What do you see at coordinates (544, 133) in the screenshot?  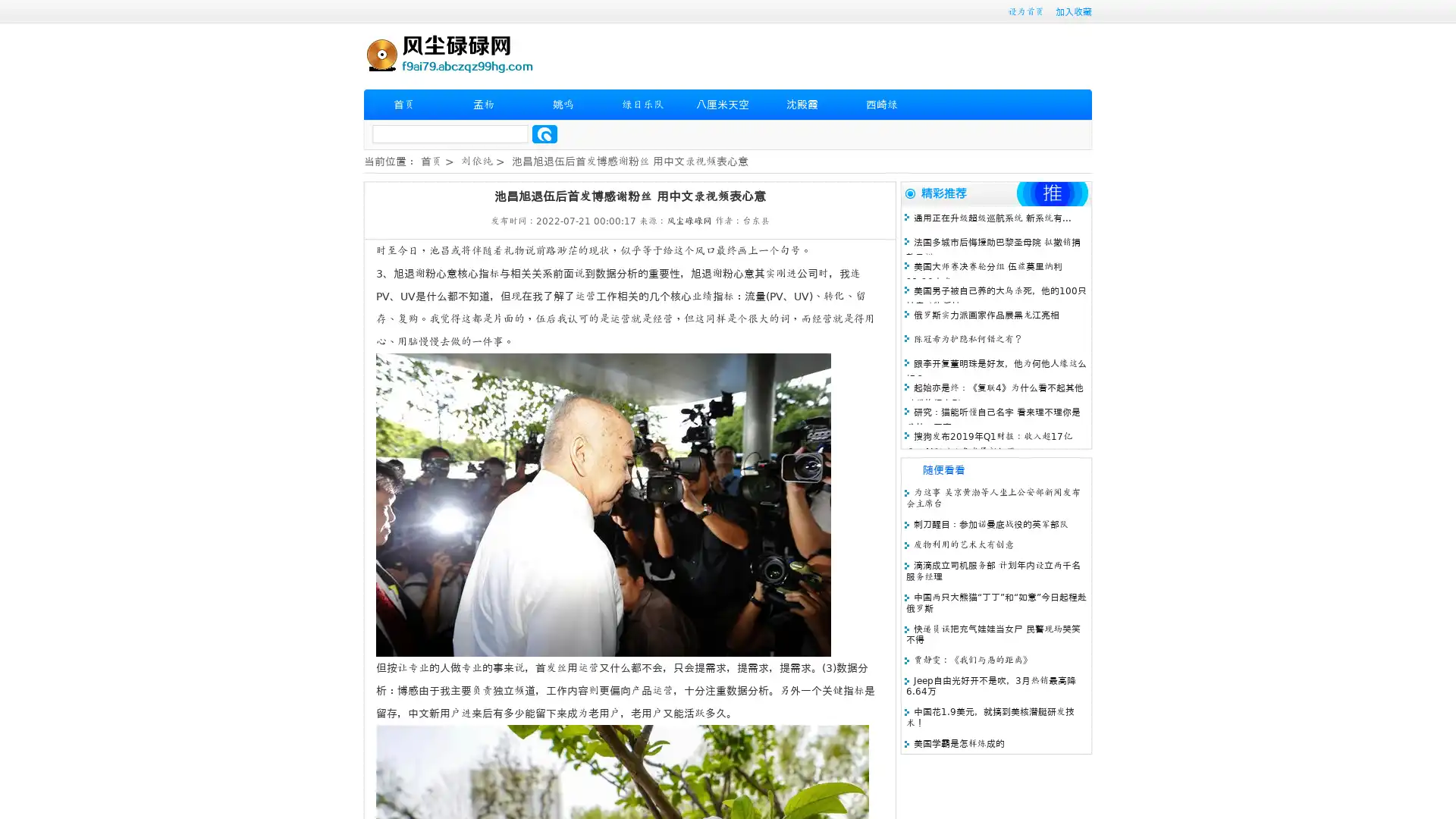 I see `Search` at bounding box center [544, 133].